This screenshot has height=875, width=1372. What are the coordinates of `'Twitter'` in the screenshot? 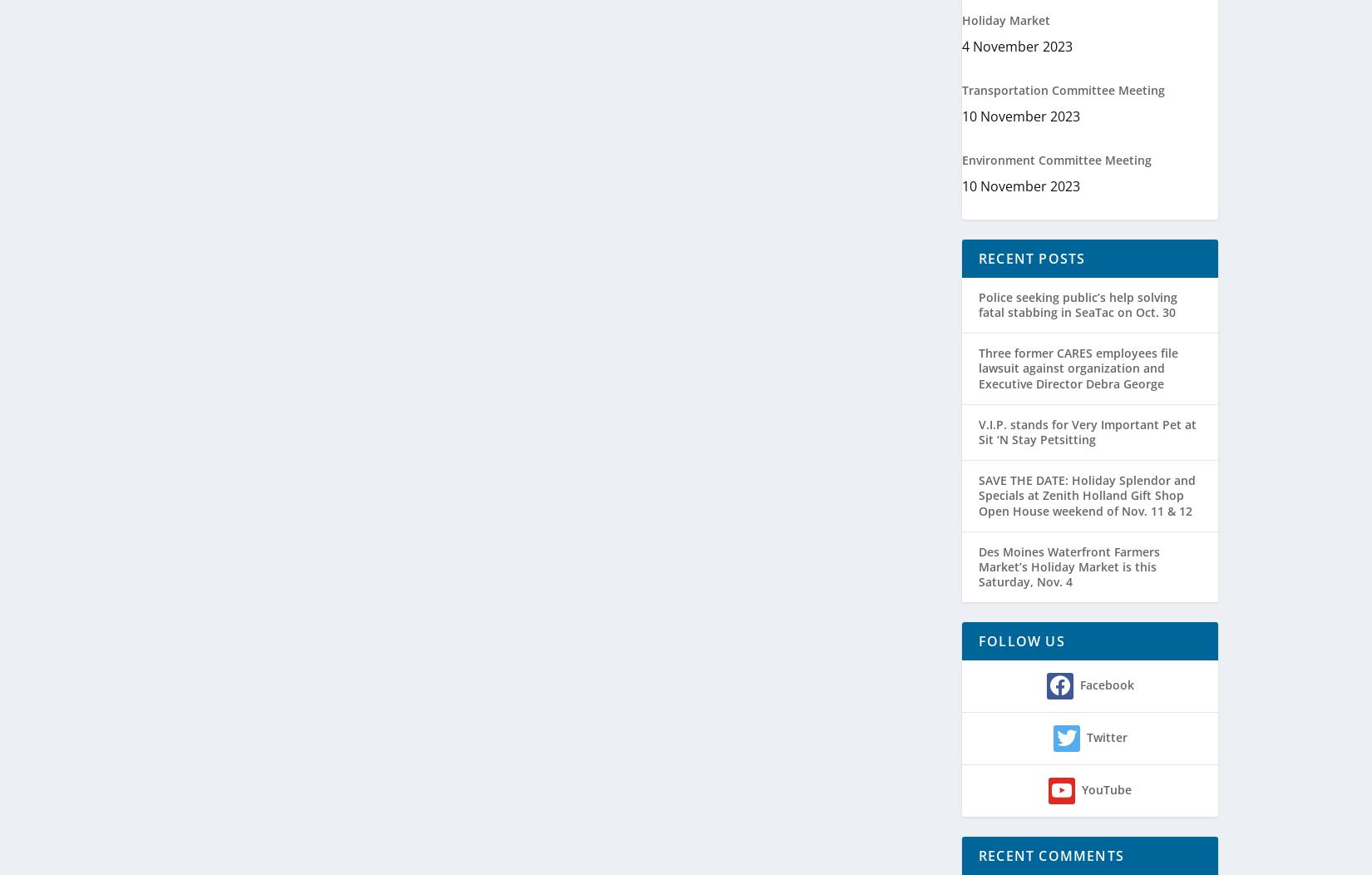 It's located at (1105, 737).